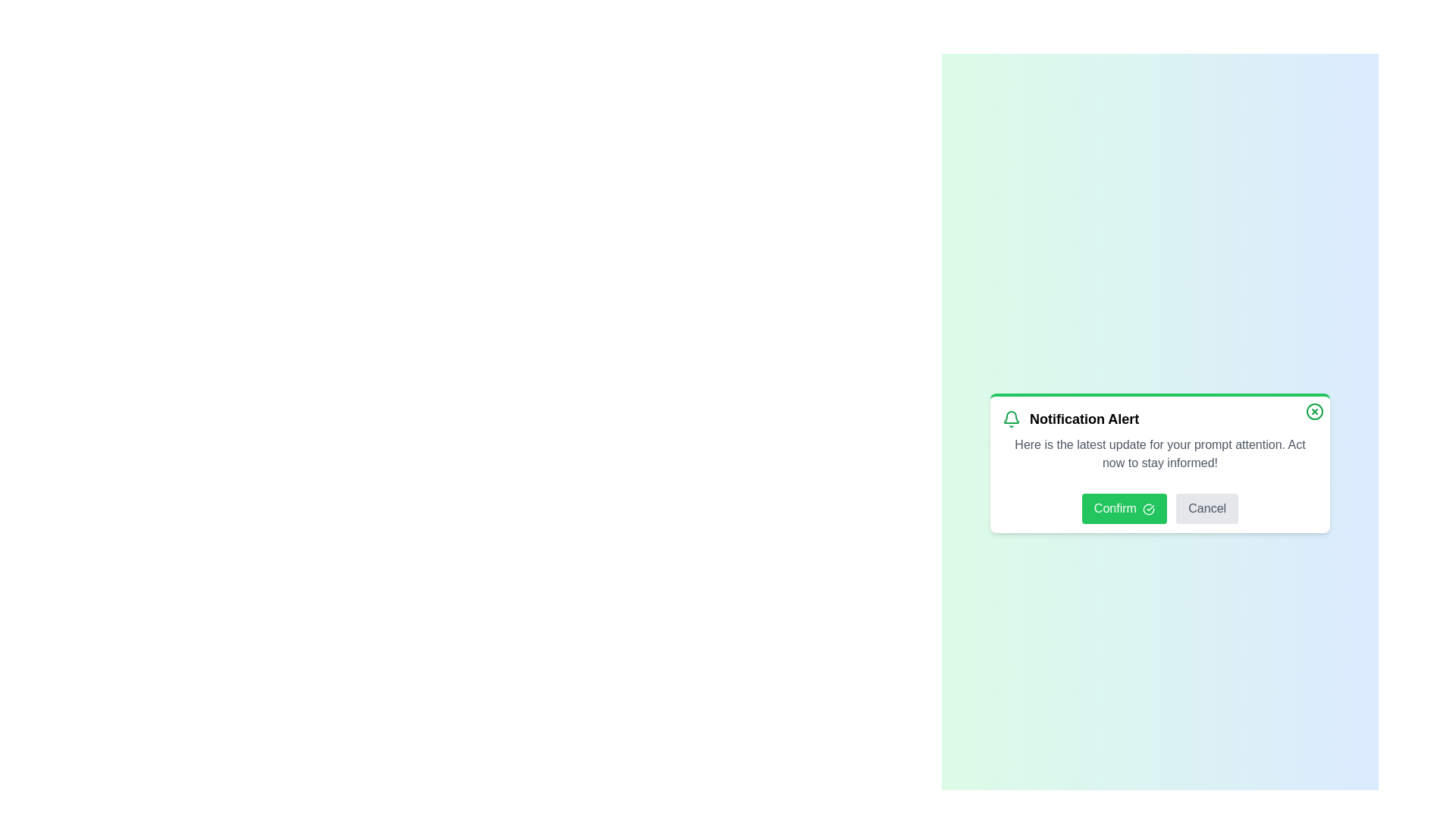 The image size is (1456, 819). Describe the element at coordinates (1207, 509) in the screenshot. I see `the Cancel button to dismiss the notification panel` at that location.